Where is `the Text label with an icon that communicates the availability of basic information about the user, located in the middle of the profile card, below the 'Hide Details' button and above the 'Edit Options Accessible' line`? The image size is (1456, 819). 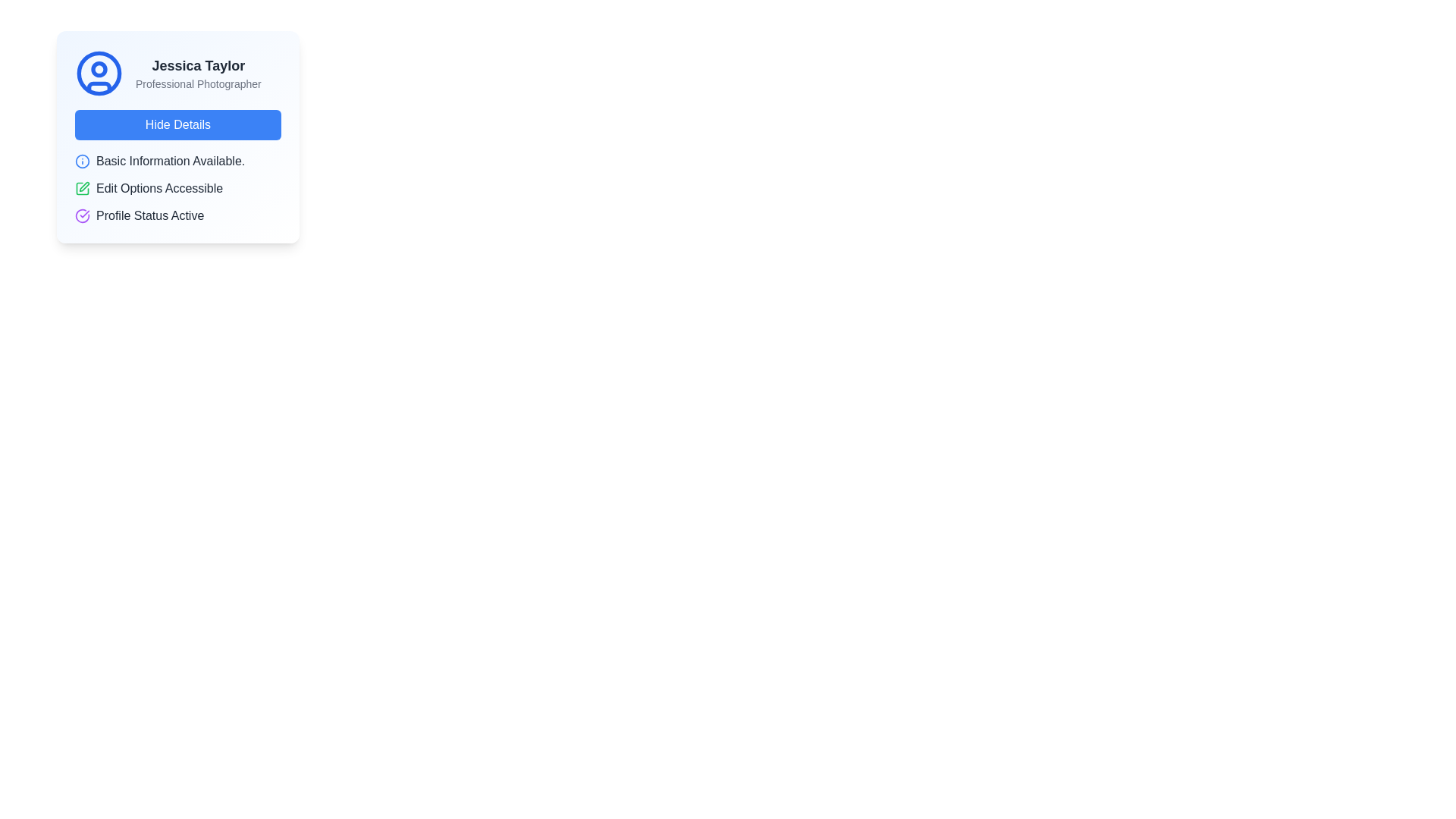
the Text label with an icon that communicates the availability of basic information about the user, located in the middle of the profile card, below the 'Hide Details' button and above the 'Edit Options Accessible' line is located at coordinates (178, 161).